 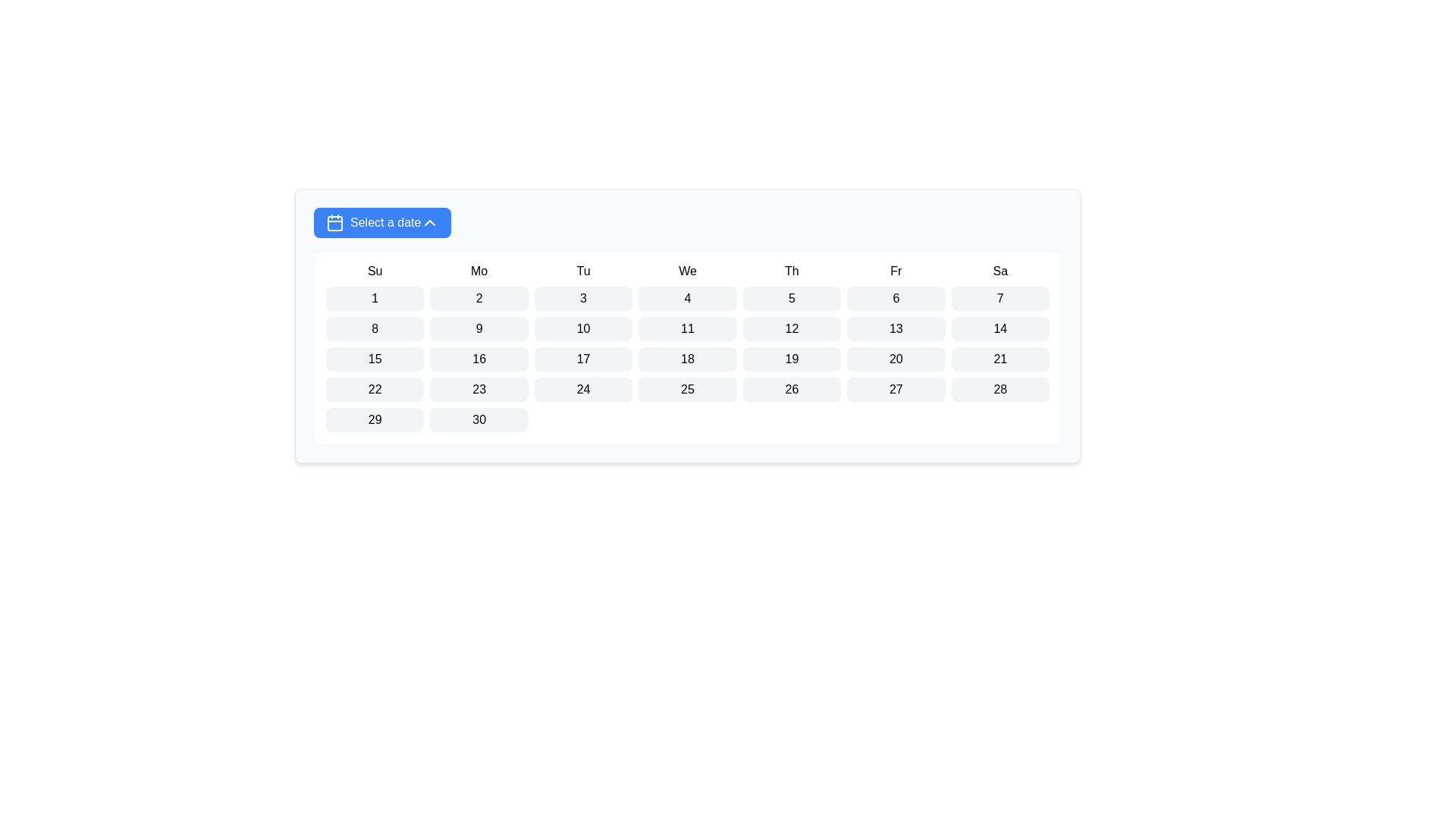 What do you see at coordinates (687, 298) in the screenshot?
I see `the button displaying the number '4' in a light gray box with rounded corners` at bounding box center [687, 298].